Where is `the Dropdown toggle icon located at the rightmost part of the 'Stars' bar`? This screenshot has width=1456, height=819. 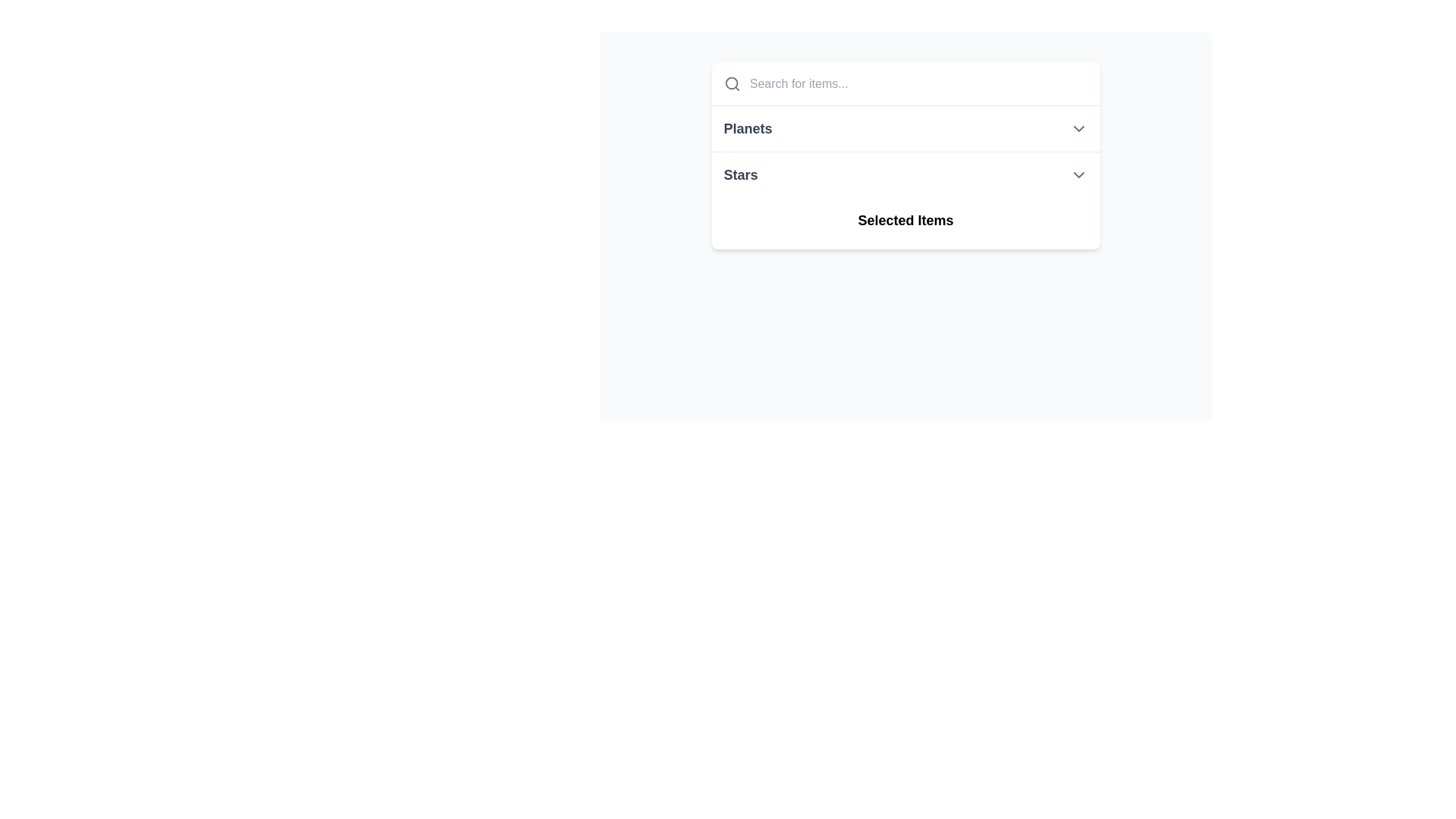
the Dropdown toggle icon located at the rightmost part of the 'Stars' bar is located at coordinates (1078, 174).